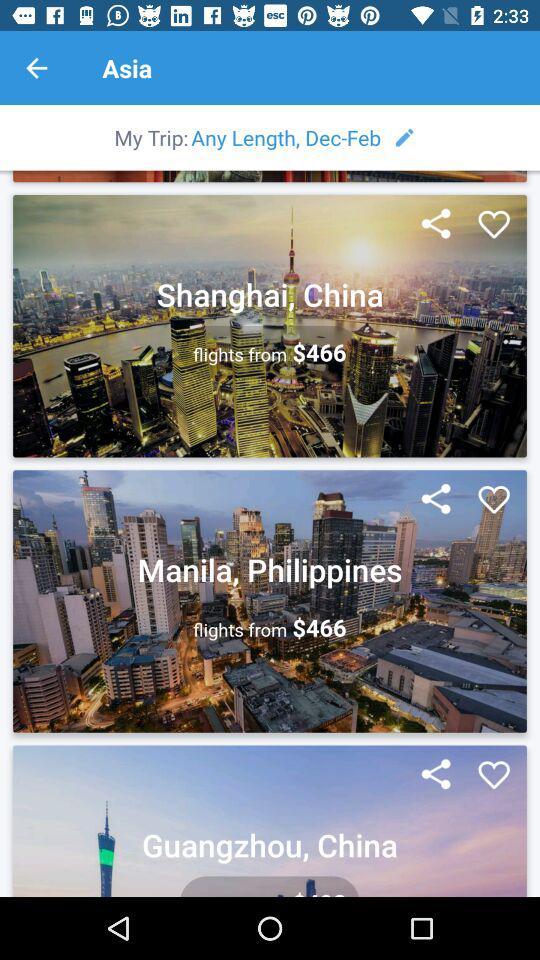 This screenshot has width=540, height=960. What do you see at coordinates (435, 774) in the screenshot?
I see `share the article` at bounding box center [435, 774].